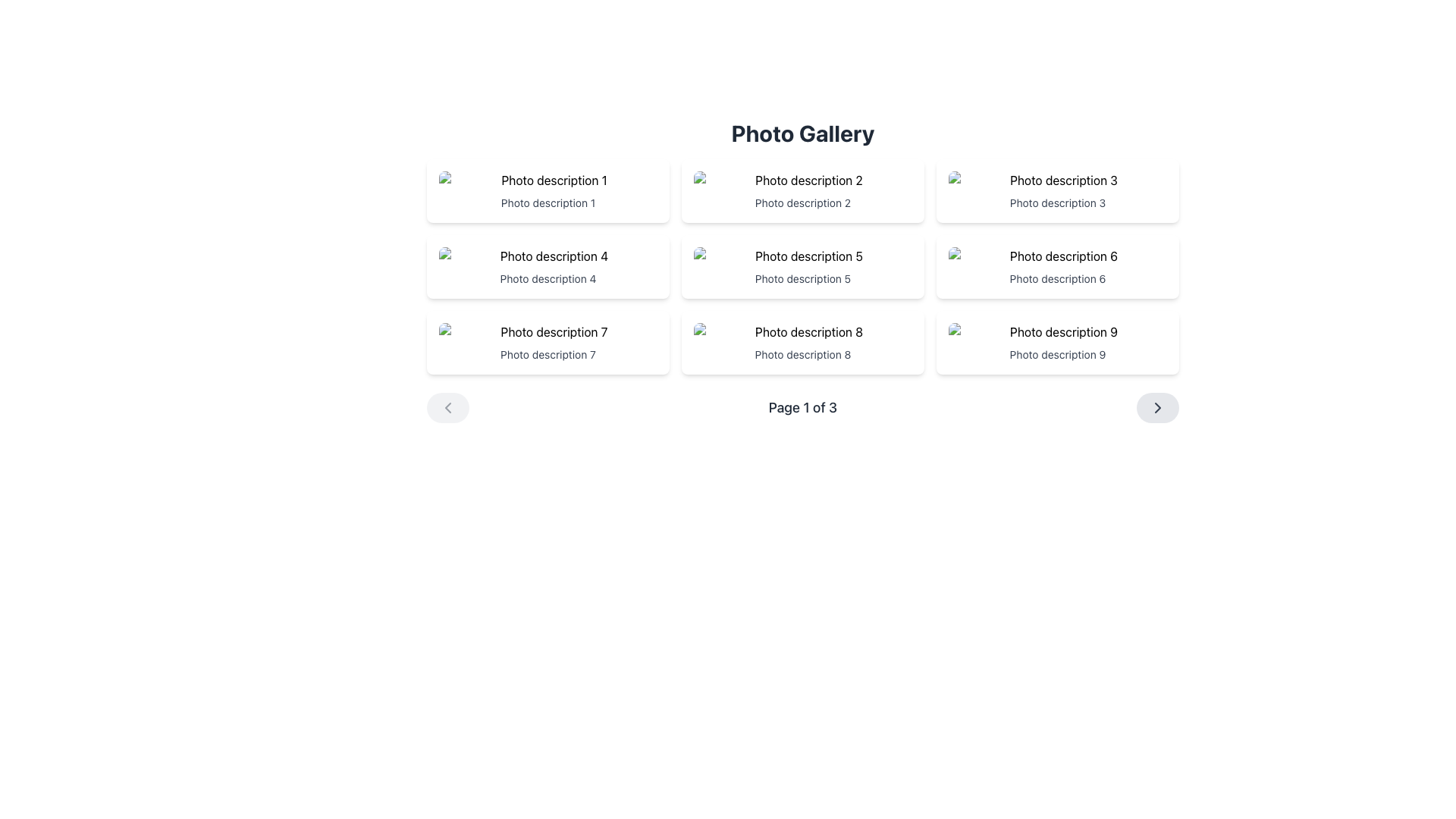 This screenshot has width=1456, height=819. I want to click on the descriptive text label that provides additional information about the associated image above, located in the top row of a grid layout, directly below the first image placeholder in the second column, so click(802, 202).